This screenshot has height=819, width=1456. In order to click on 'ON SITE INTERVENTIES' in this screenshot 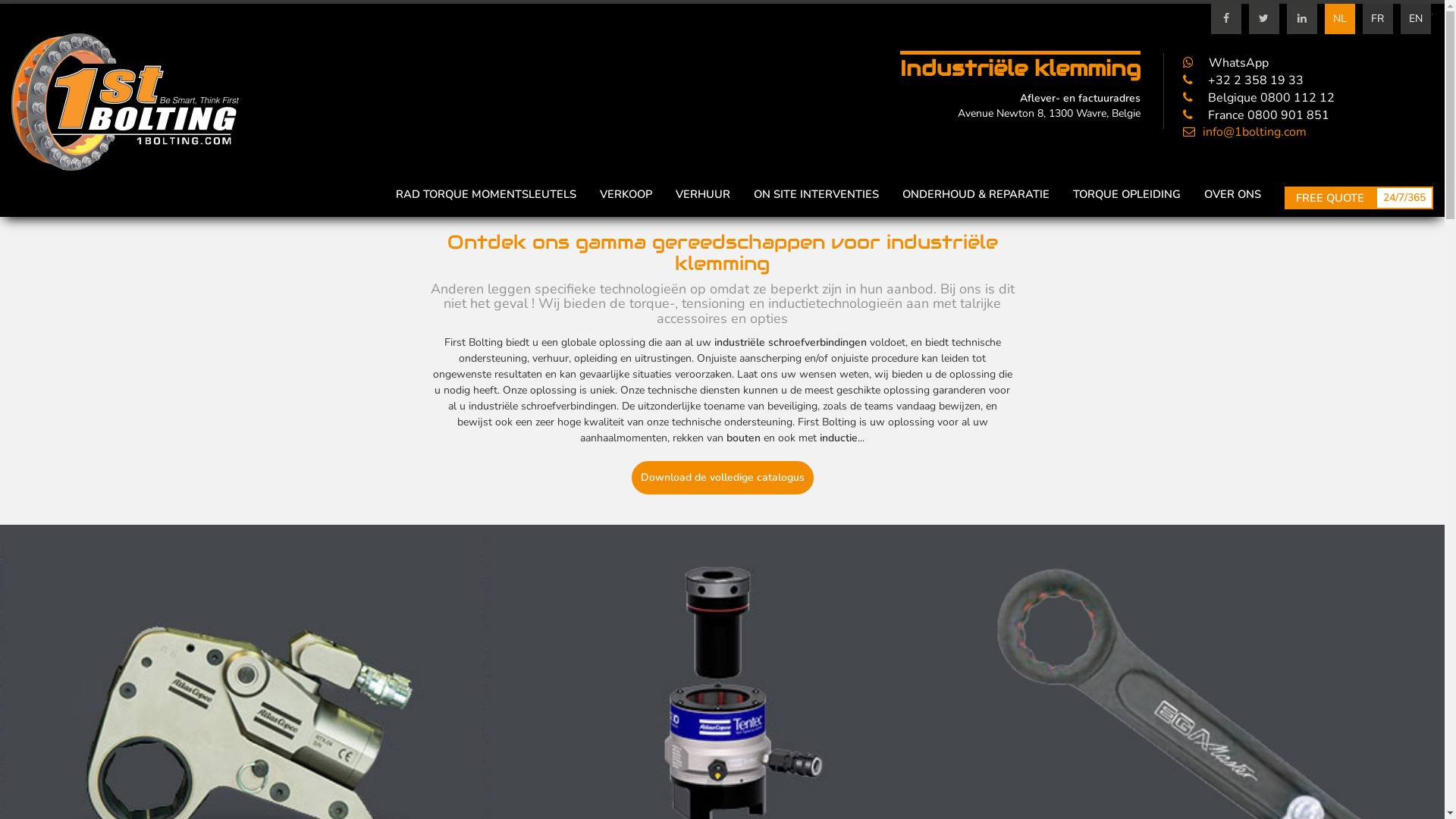, I will do `click(815, 193)`.